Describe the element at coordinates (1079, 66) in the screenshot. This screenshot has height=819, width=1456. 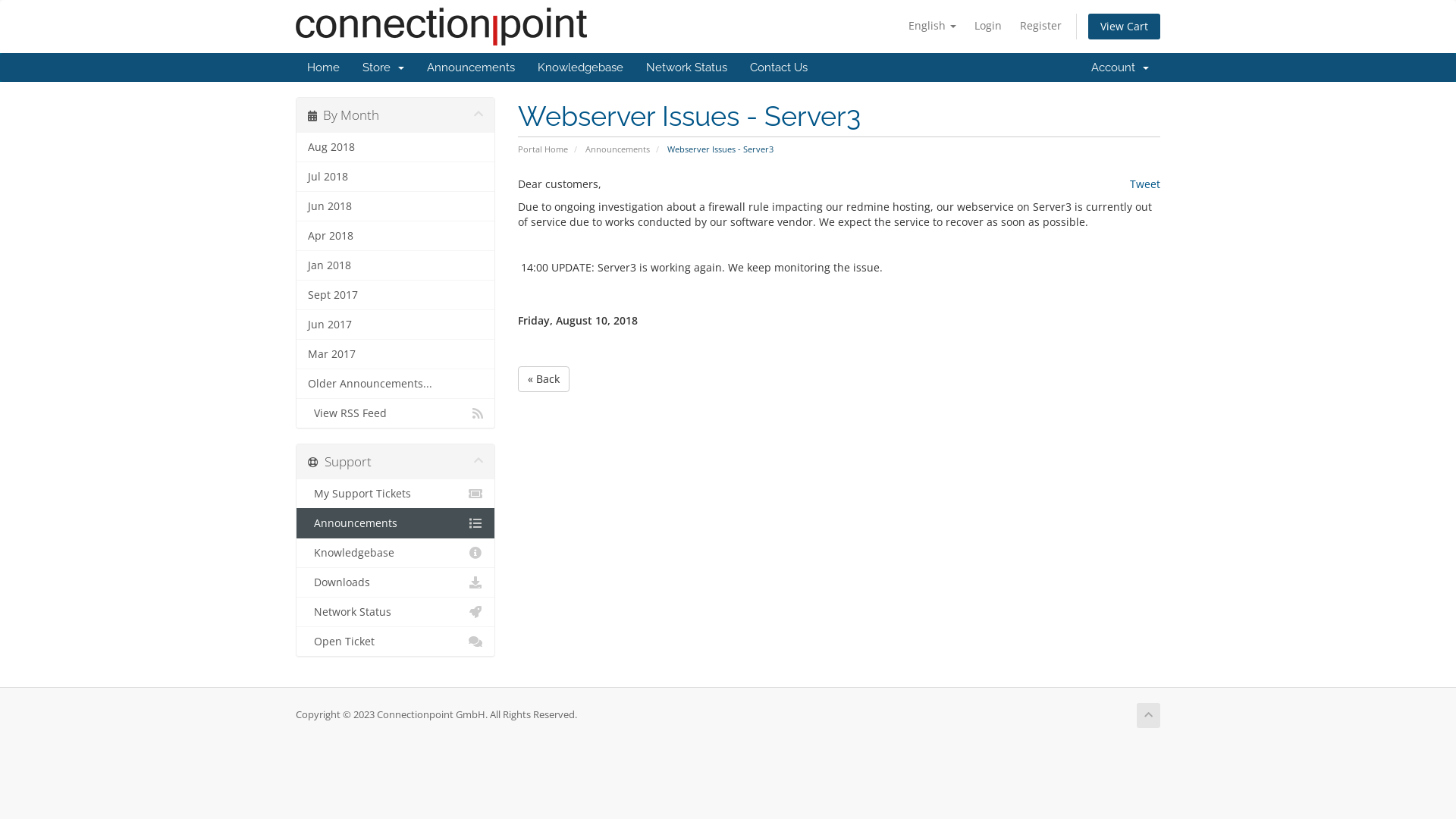
I see `'Account  '` at that location.